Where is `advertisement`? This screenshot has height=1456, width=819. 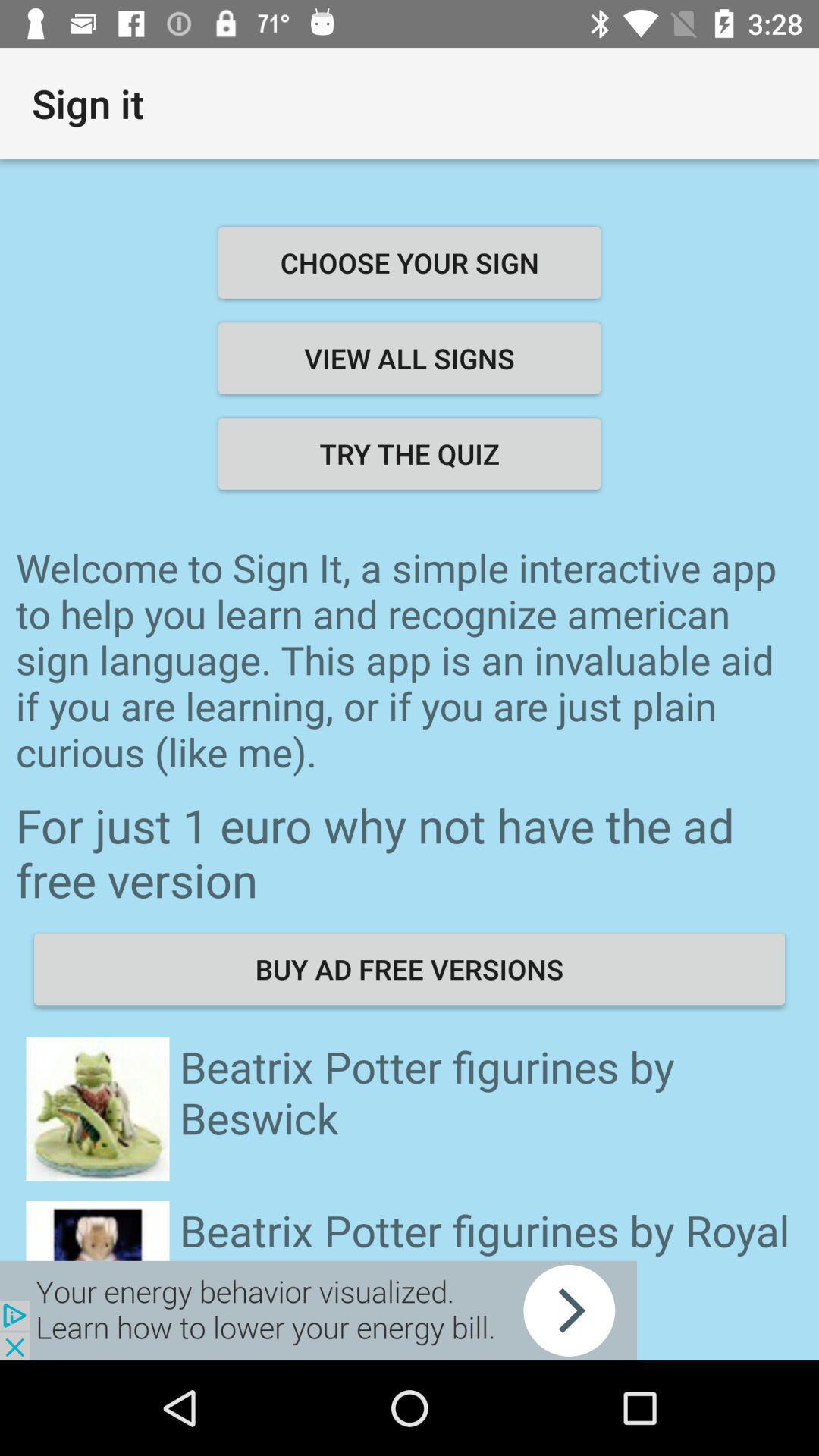
advertisement is located at coordinates (318, 1310).